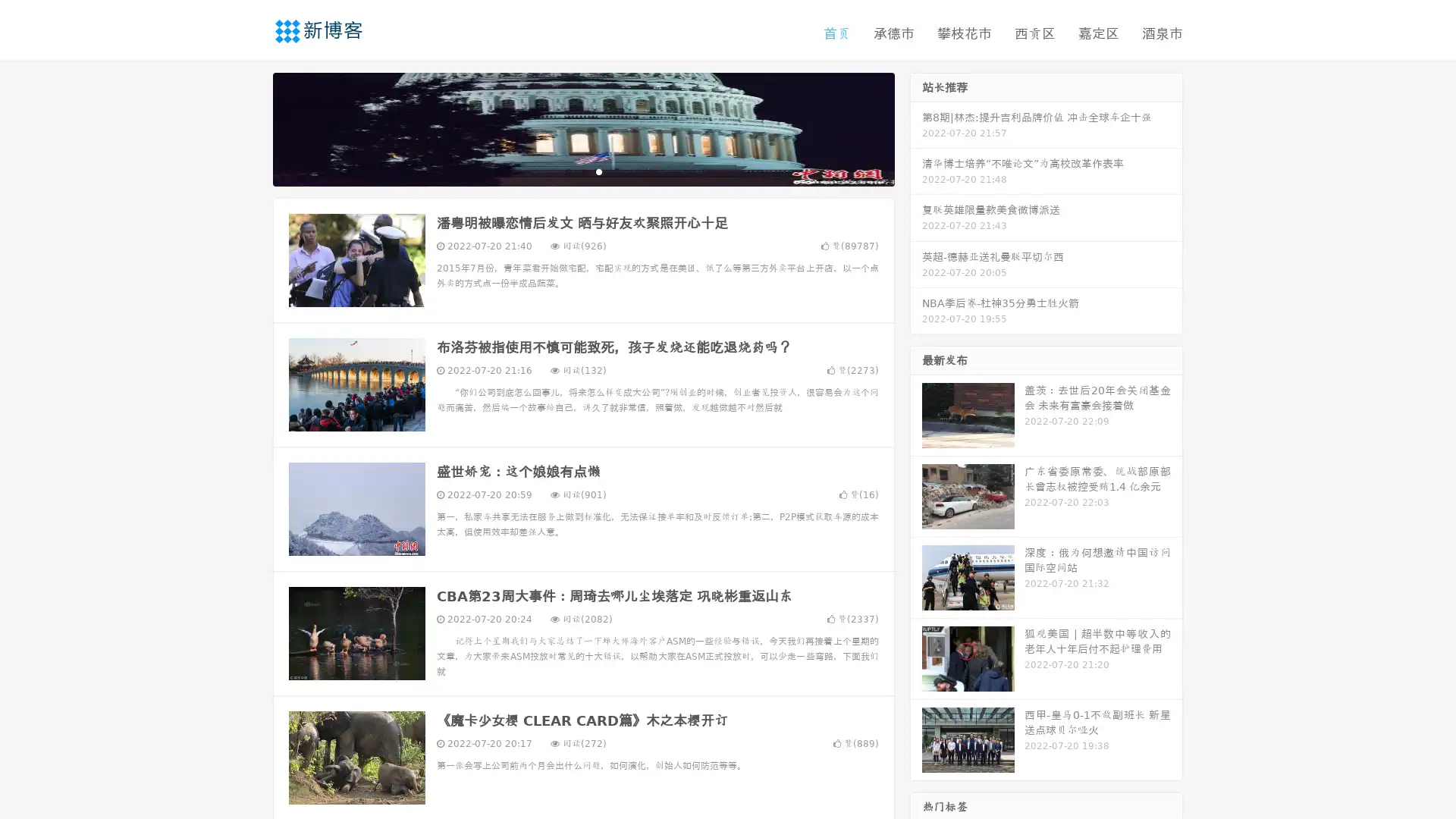 This screenshot has width=1456, height=819. Describe the element at coordinates (916, 127) in the screenshot. I see `Next slide` at that location.